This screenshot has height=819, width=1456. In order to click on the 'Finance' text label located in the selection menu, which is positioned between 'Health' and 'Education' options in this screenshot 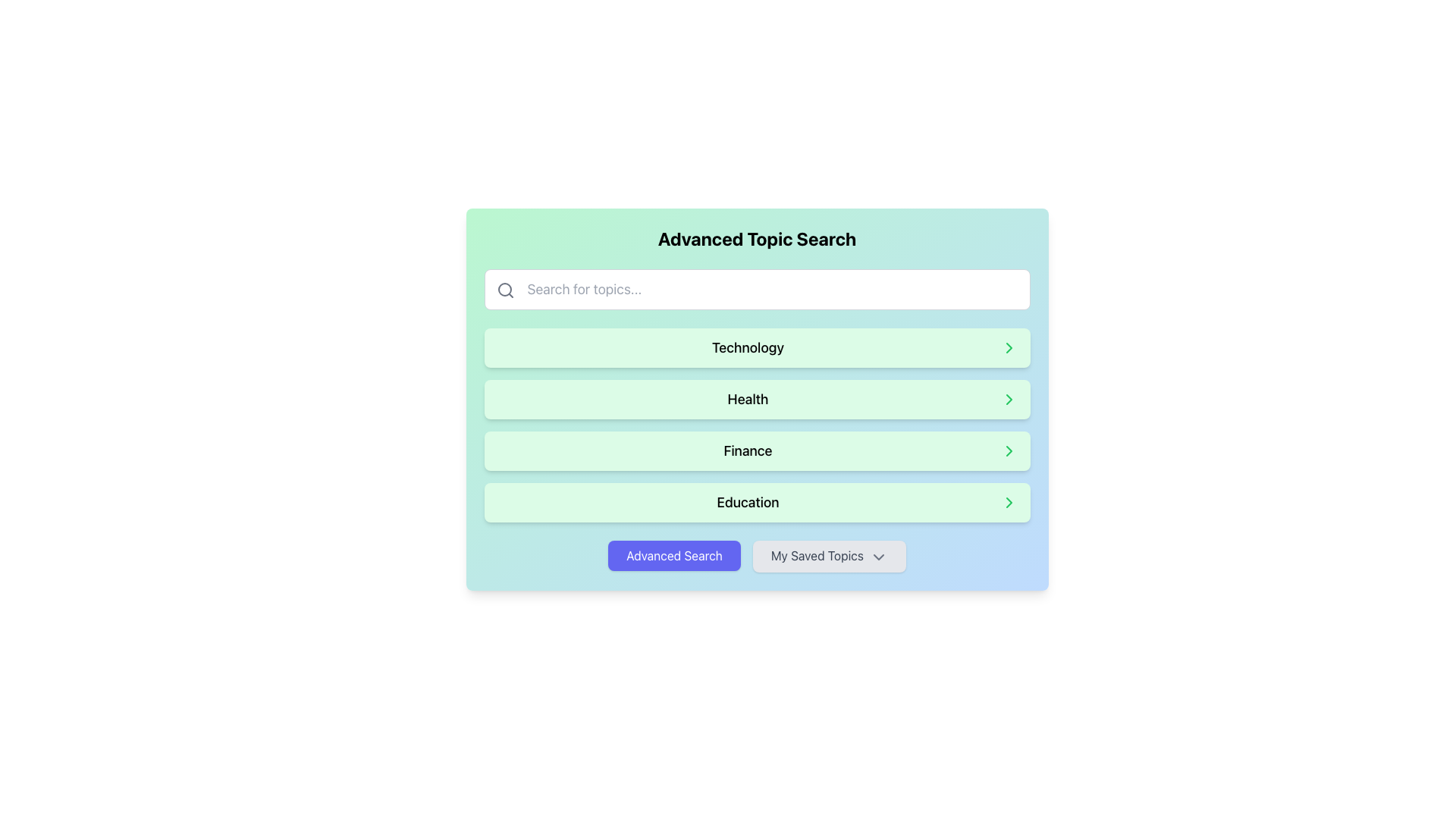, I will do `click(748, 450)`.